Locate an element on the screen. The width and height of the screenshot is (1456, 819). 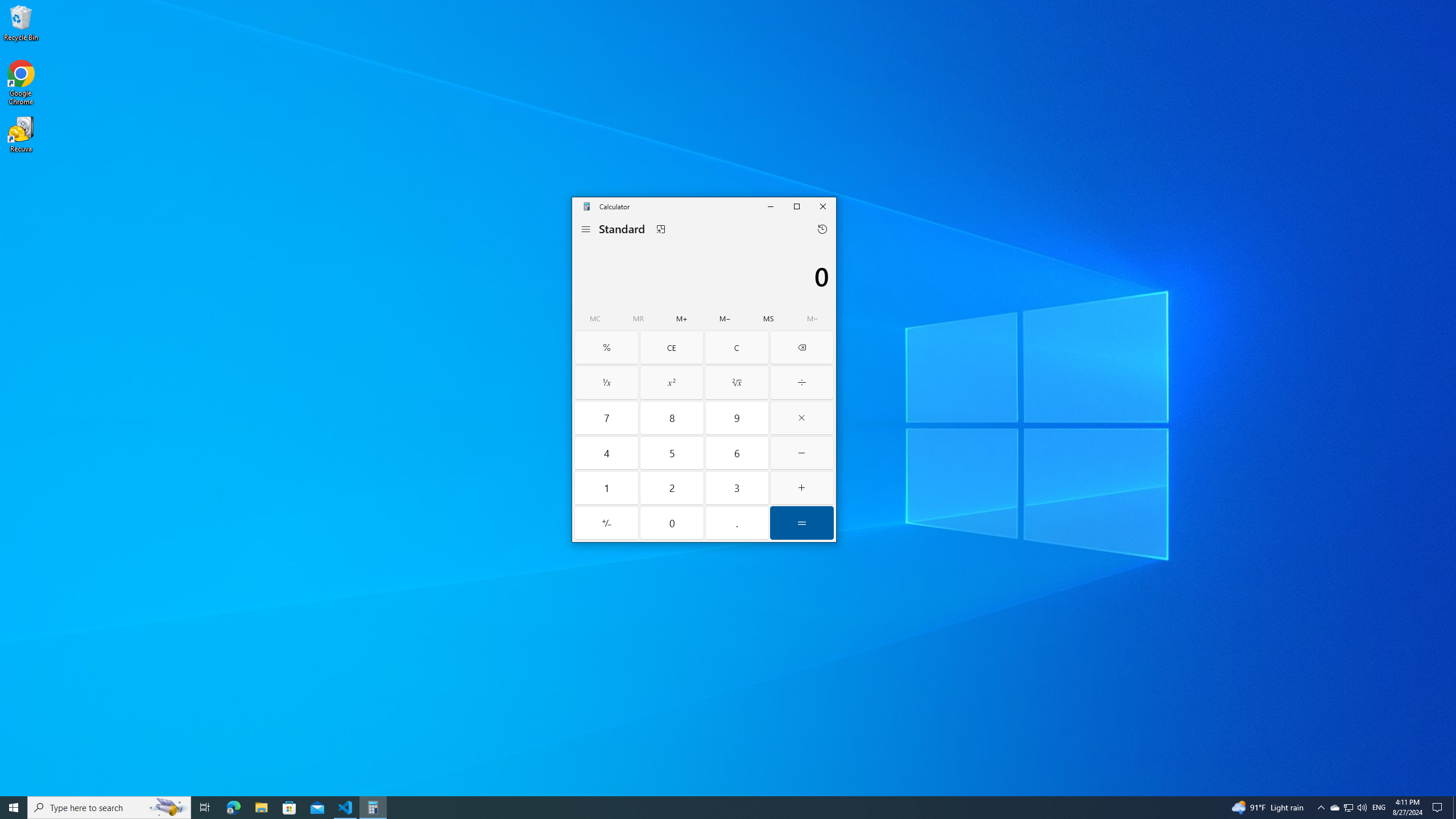
'Decimal separator' is located at coordinates (737, 523).